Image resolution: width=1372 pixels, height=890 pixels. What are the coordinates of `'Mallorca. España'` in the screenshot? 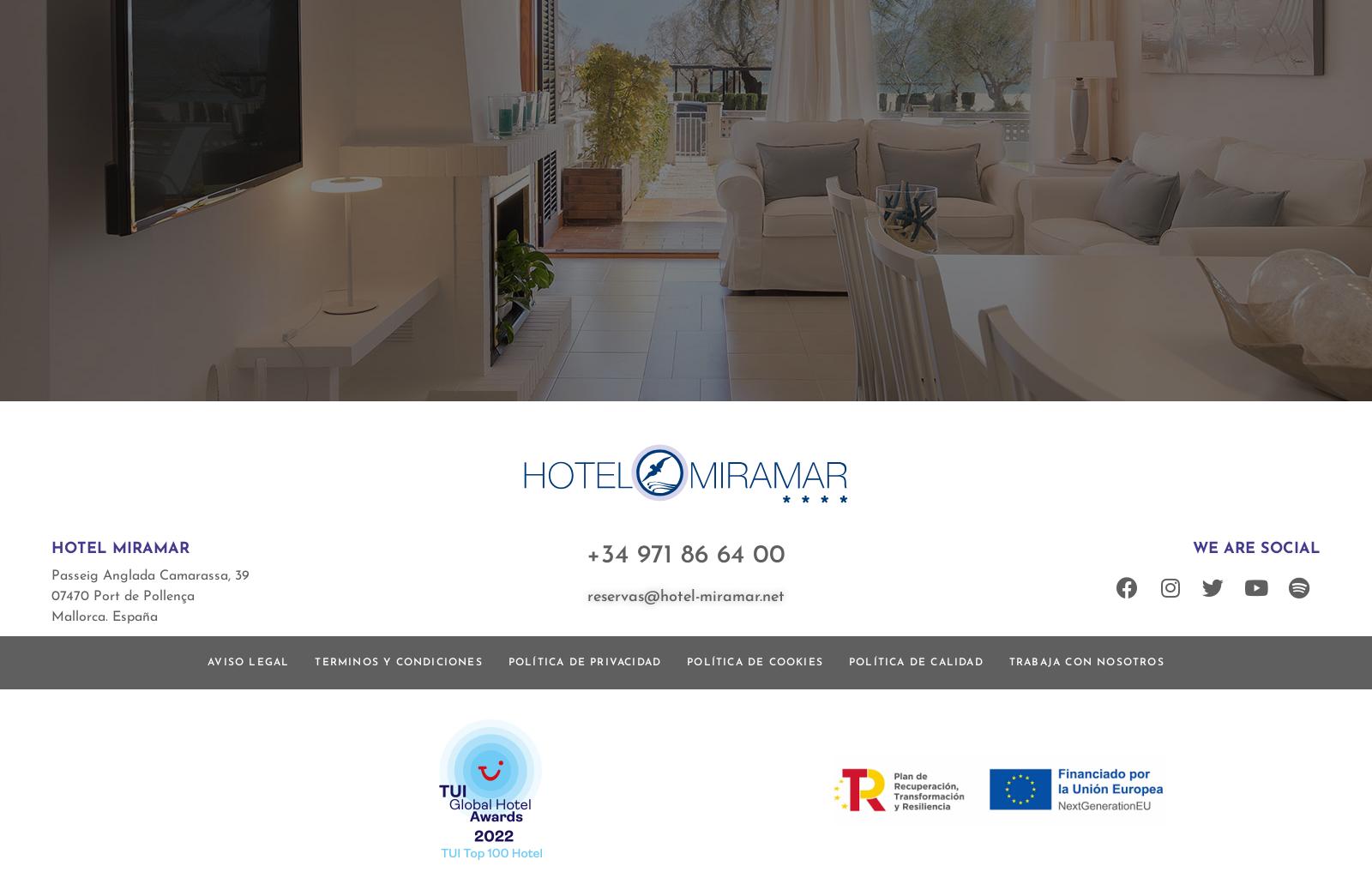 It's located at (51, 616).